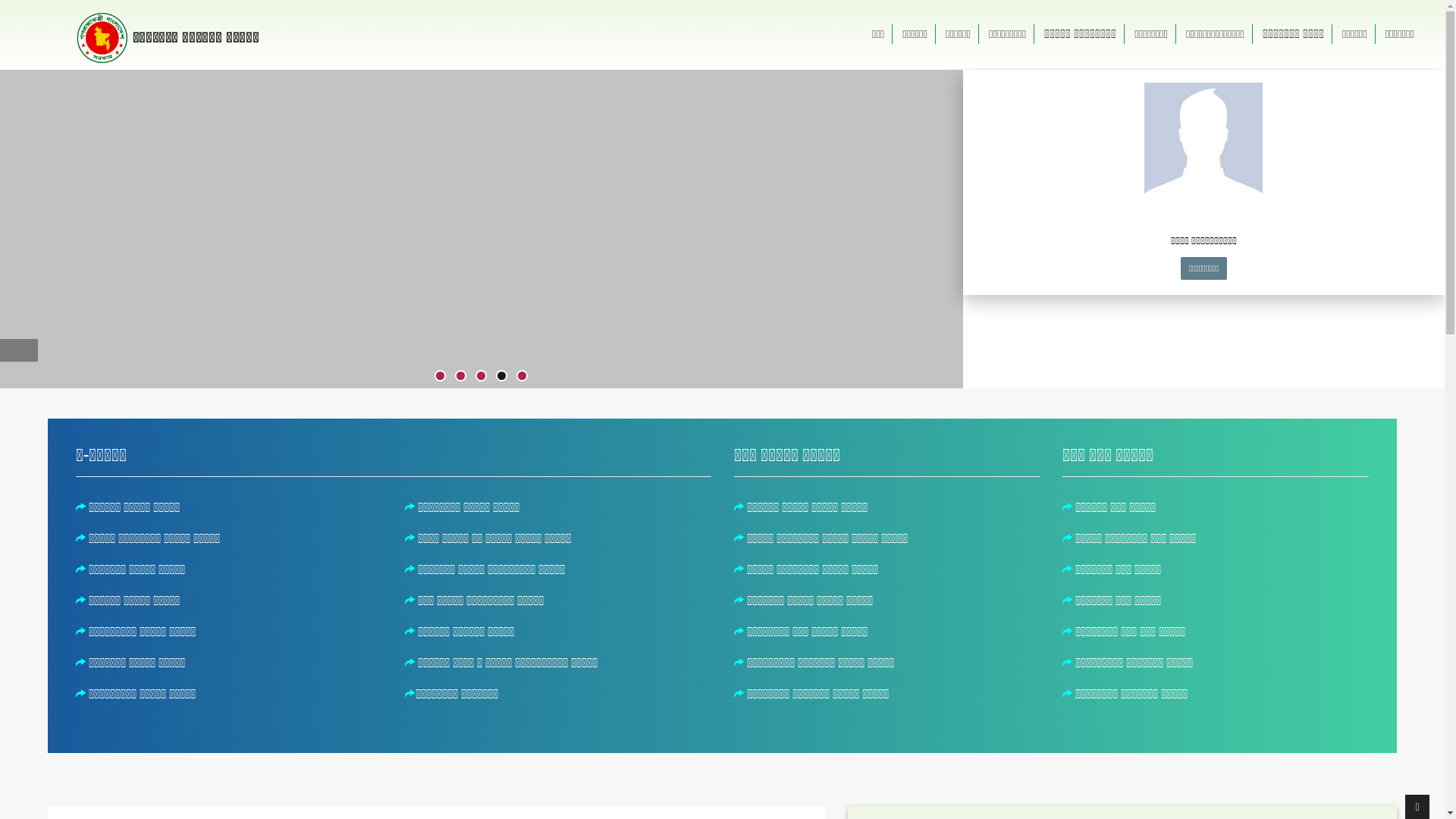 The image size is (1456, 819). I want to click on '2', so click(455, 375).